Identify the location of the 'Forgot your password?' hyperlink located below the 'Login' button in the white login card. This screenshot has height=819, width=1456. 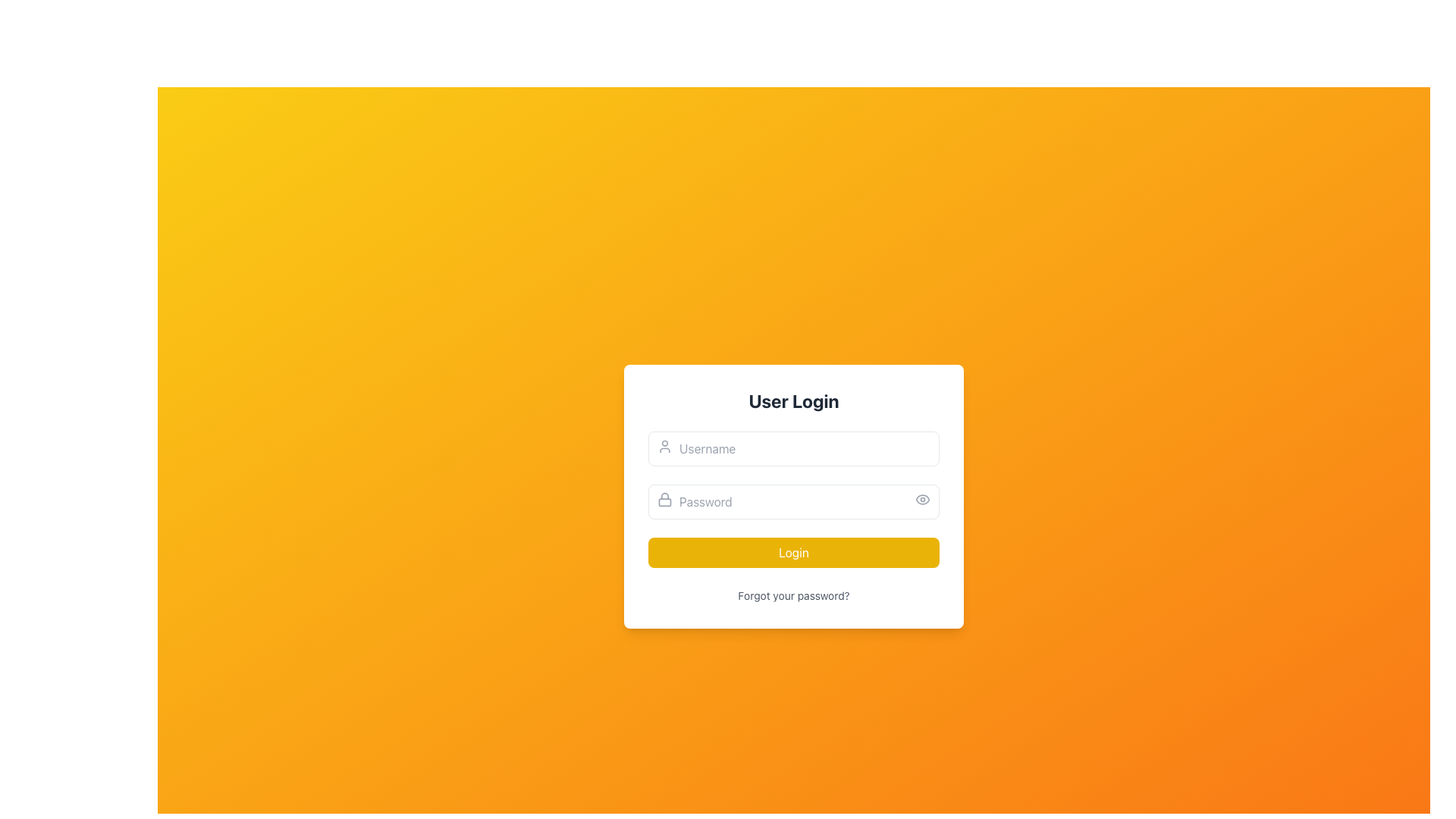
(792, 595).